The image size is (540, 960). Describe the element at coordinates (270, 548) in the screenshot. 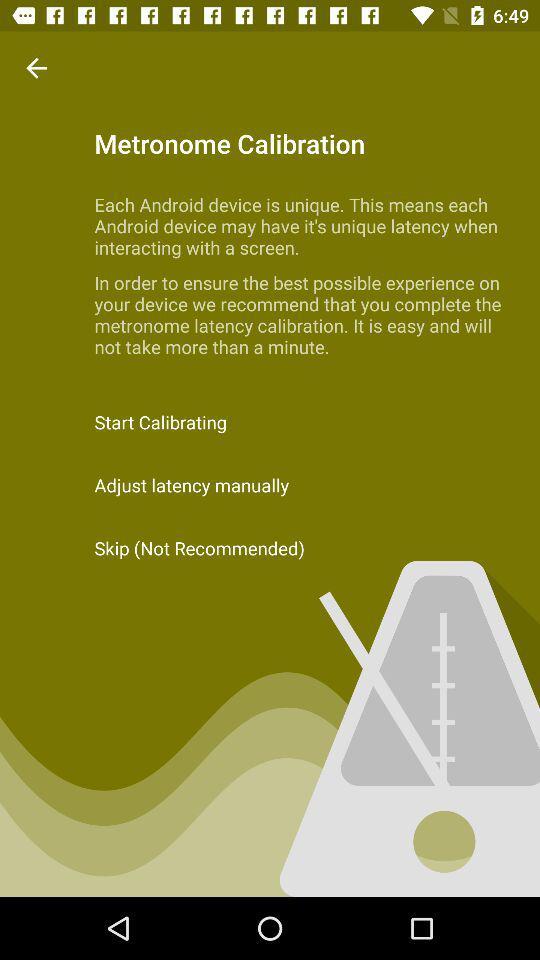

I see `skip (not recommended)` at that location.